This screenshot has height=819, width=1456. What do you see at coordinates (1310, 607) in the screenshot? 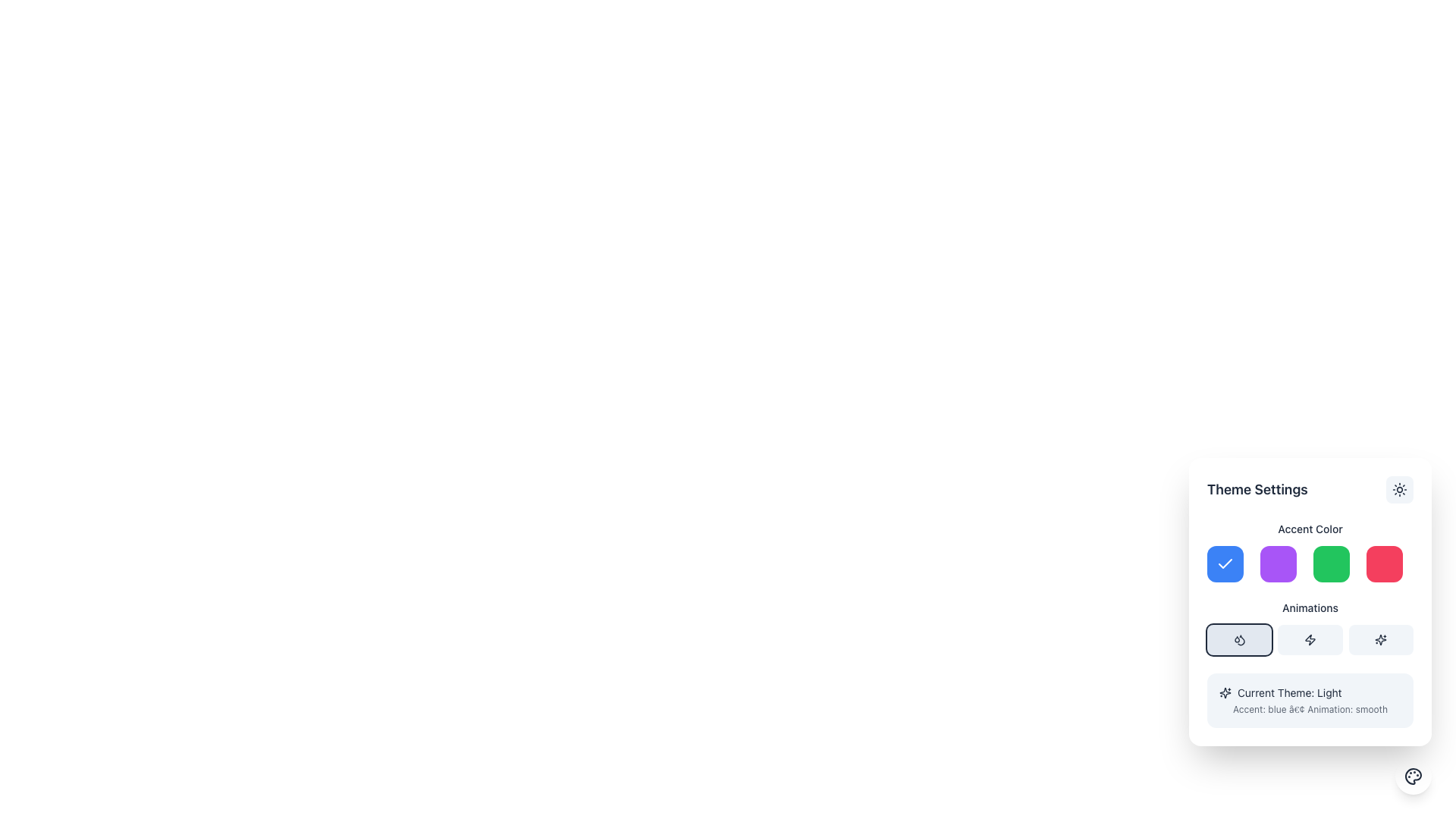
I see `the label indicating animation-related settings located at the center of the interface card, directly below the color selection options` at bounding box center [1310, 607].